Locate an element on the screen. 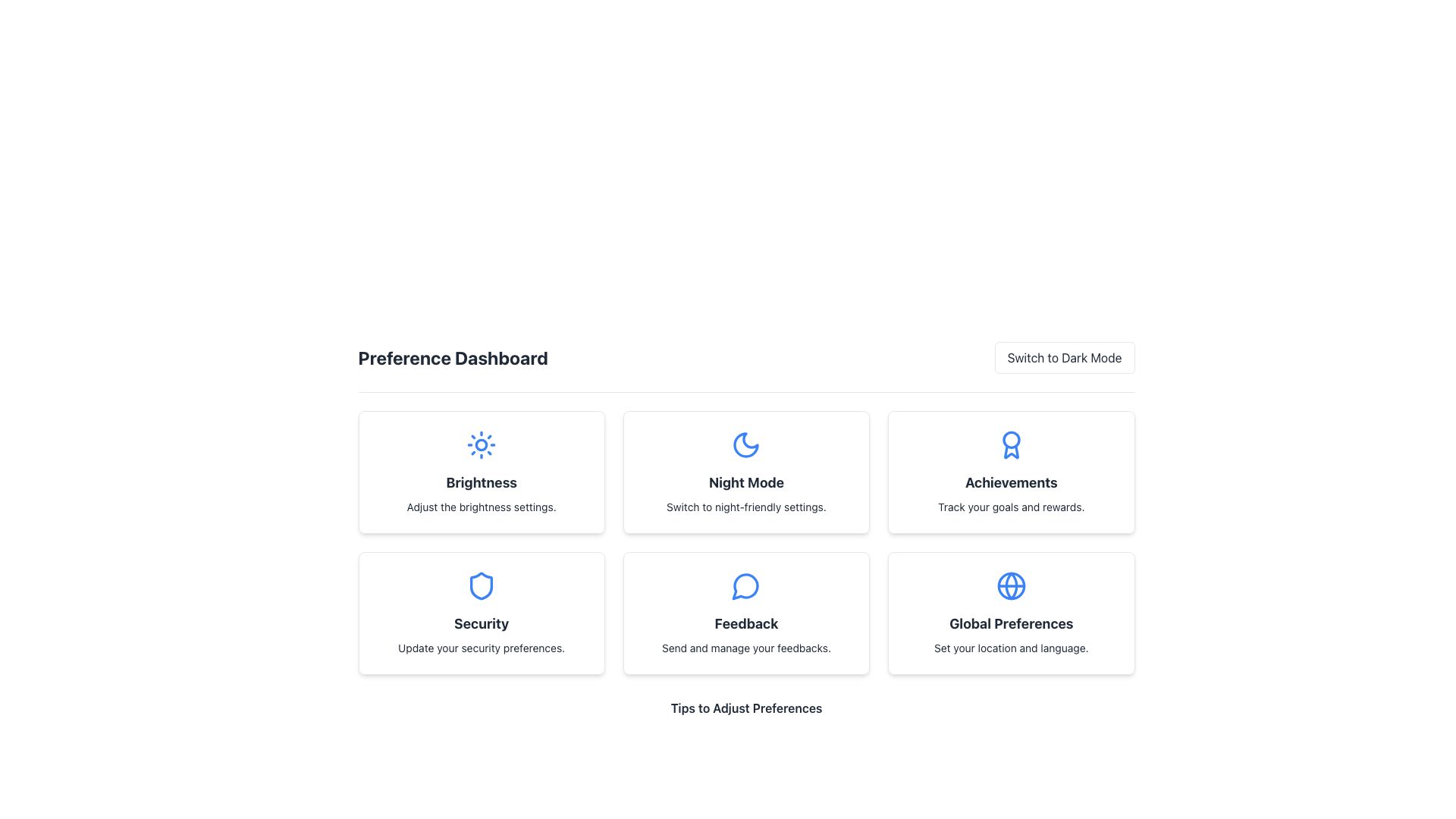 This screenshot has height=819, width=1456. the text element displaying 'Tips to Adjust Preferences', which is centrally positioned below the preference tiles and above the list of tips is located at coordinates (746, 708).